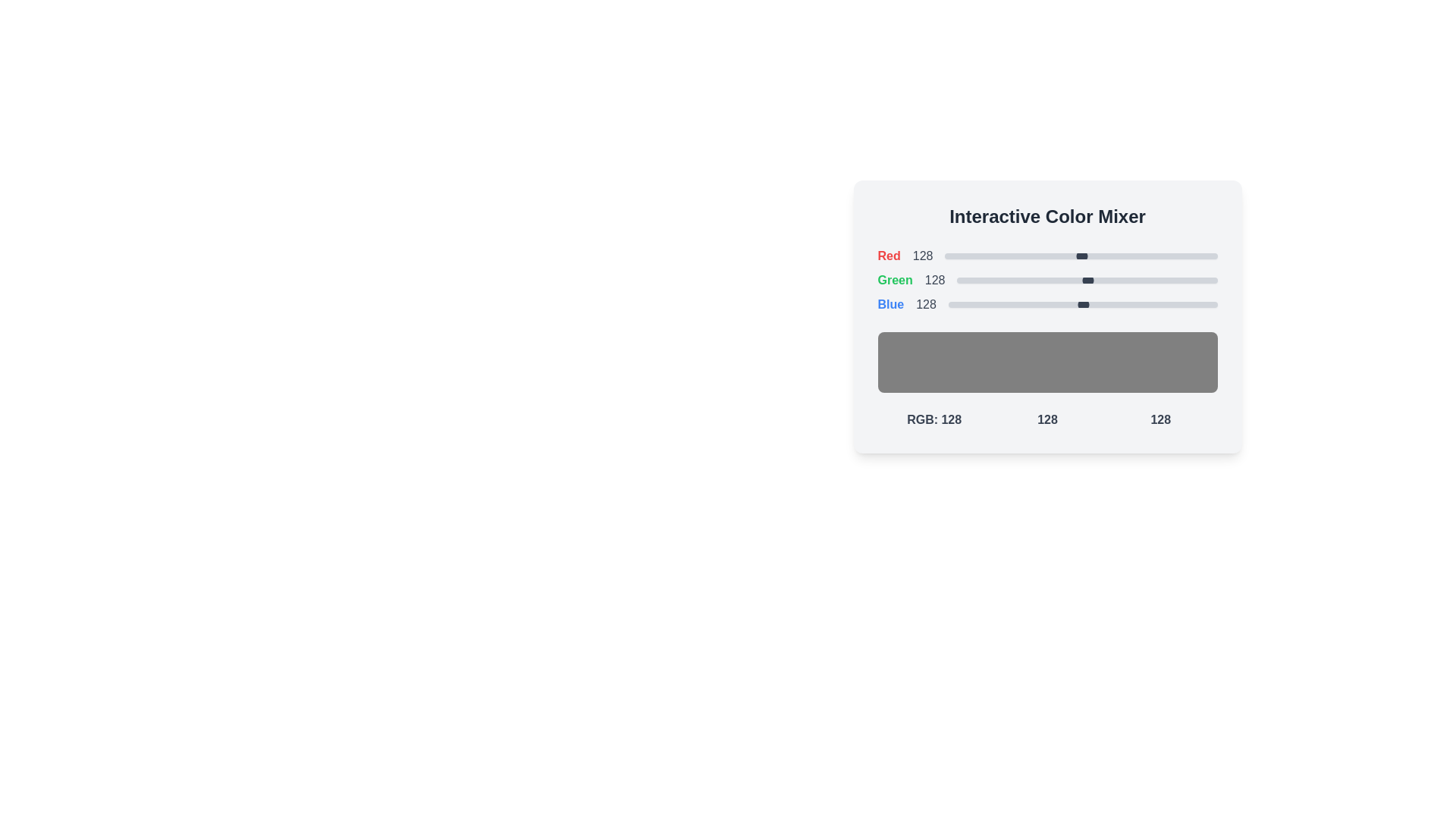 The width and height of the screenshot is (1456, 819). I want to click on the bold, dark-gray text label displaying 'RGB: 128 128 128' located at the bottom of the 'Interactive Color Mixer' widget, so click(1046, 420).